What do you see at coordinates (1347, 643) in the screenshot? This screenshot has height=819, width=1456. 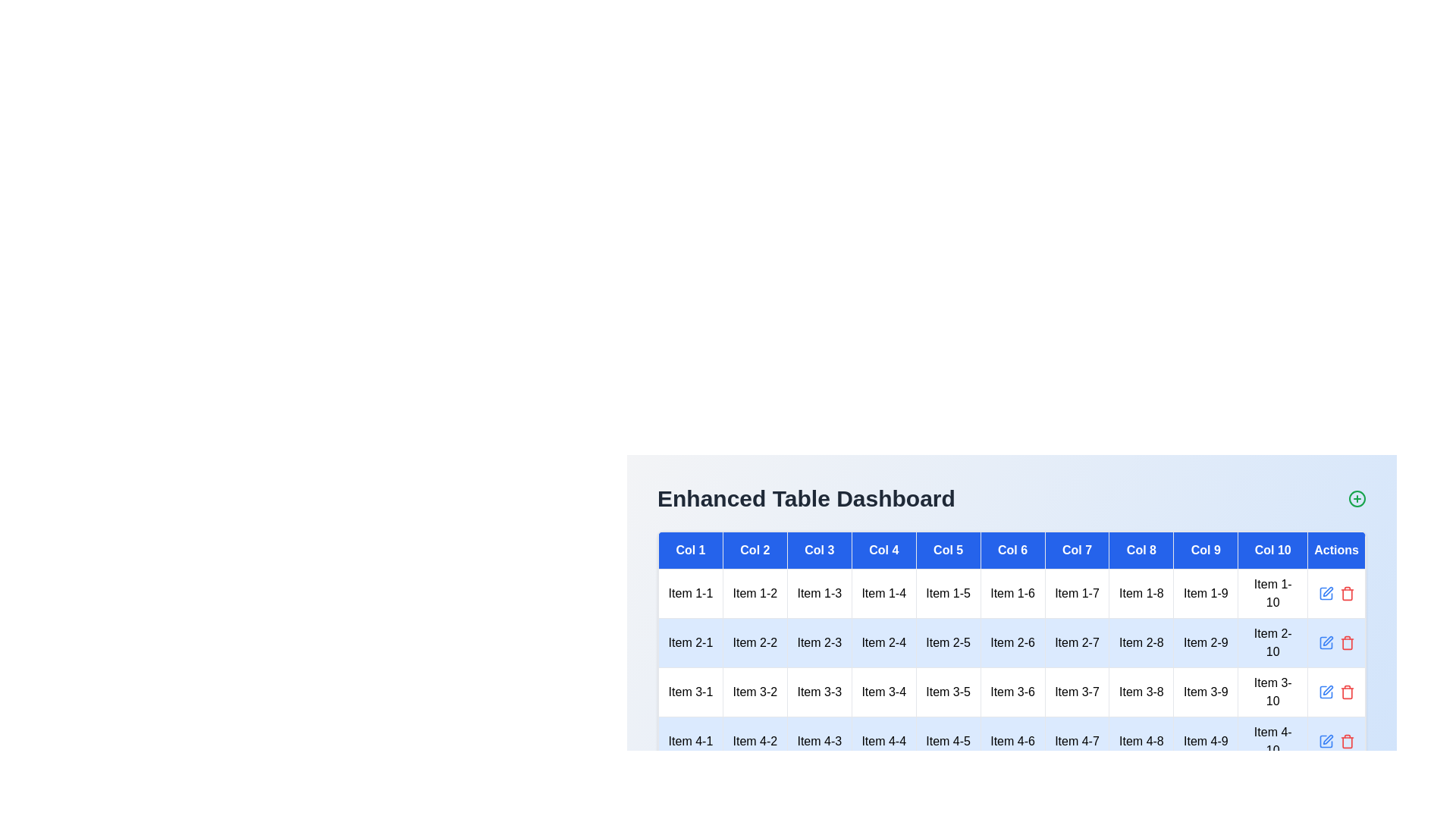 I see `the trash icon for the row labeled Item 2-10` at bounding box center [1347, 643].